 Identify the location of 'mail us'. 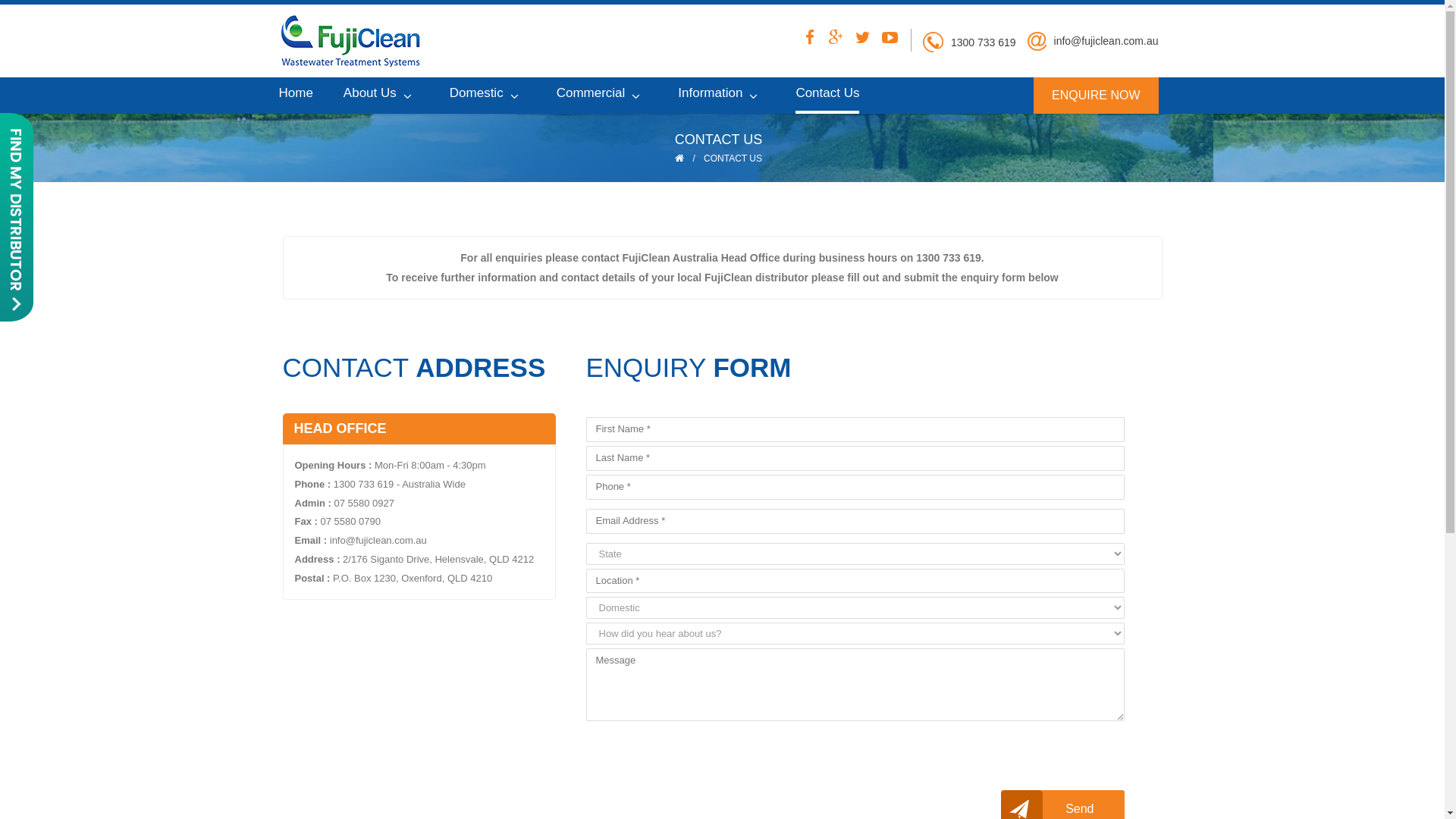
(1036, 40).